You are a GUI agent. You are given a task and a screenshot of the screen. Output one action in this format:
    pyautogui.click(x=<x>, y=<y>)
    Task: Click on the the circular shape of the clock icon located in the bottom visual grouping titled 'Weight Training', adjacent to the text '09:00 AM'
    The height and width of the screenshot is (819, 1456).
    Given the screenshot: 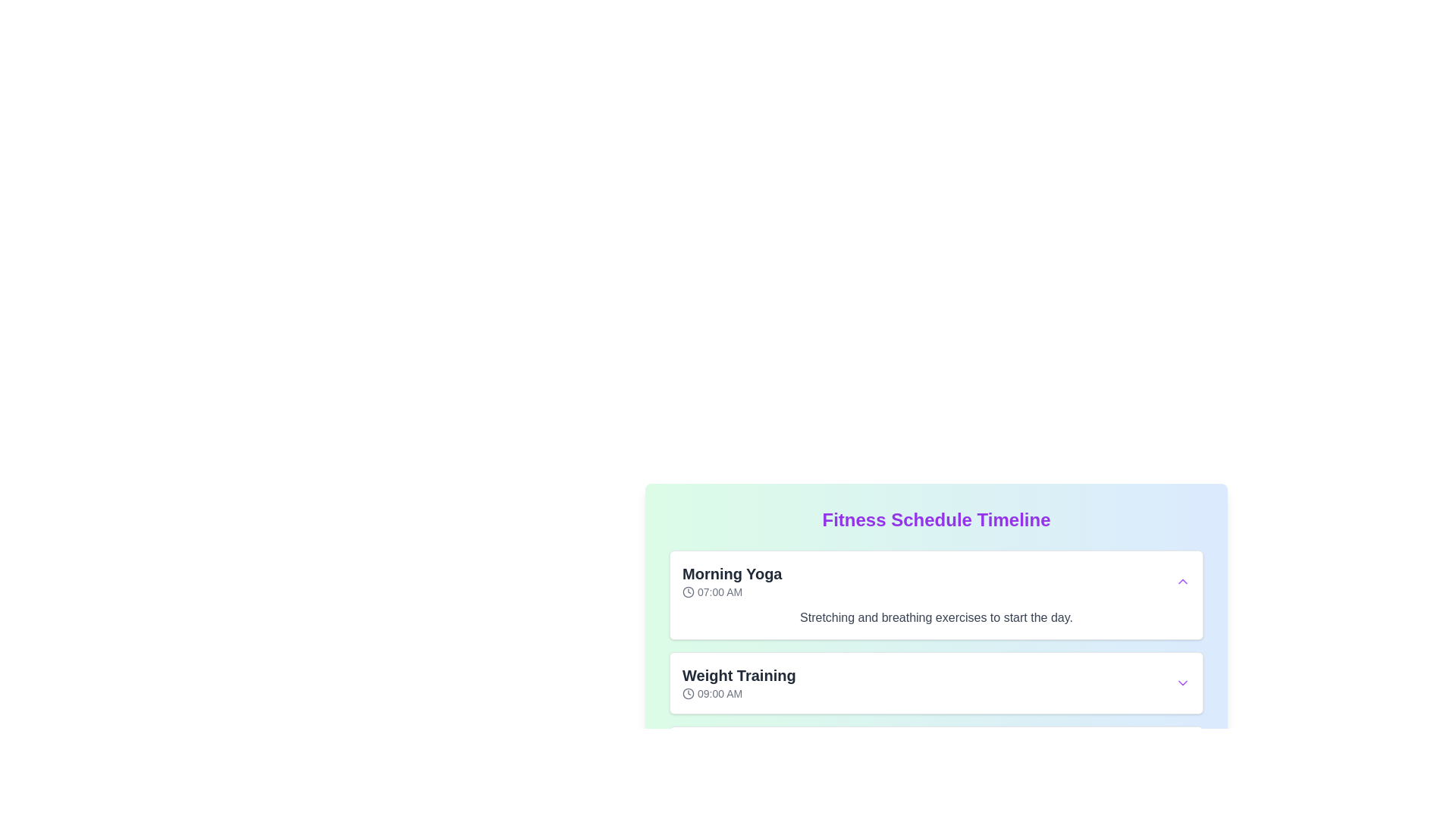 What is the action you would take?
    pyautogui.click(x=687, y=693)
    